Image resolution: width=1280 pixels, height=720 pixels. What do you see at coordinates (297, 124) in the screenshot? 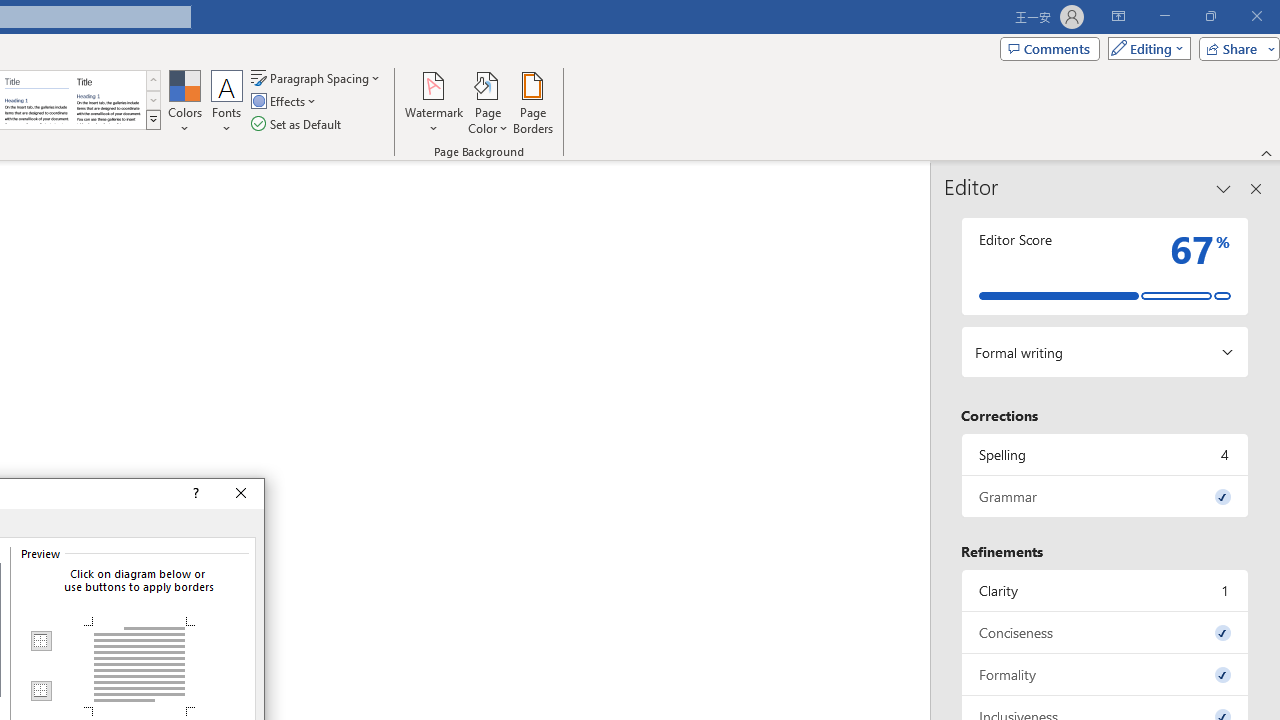
I see `'Set as Default'` at bounding box center [297, 124].